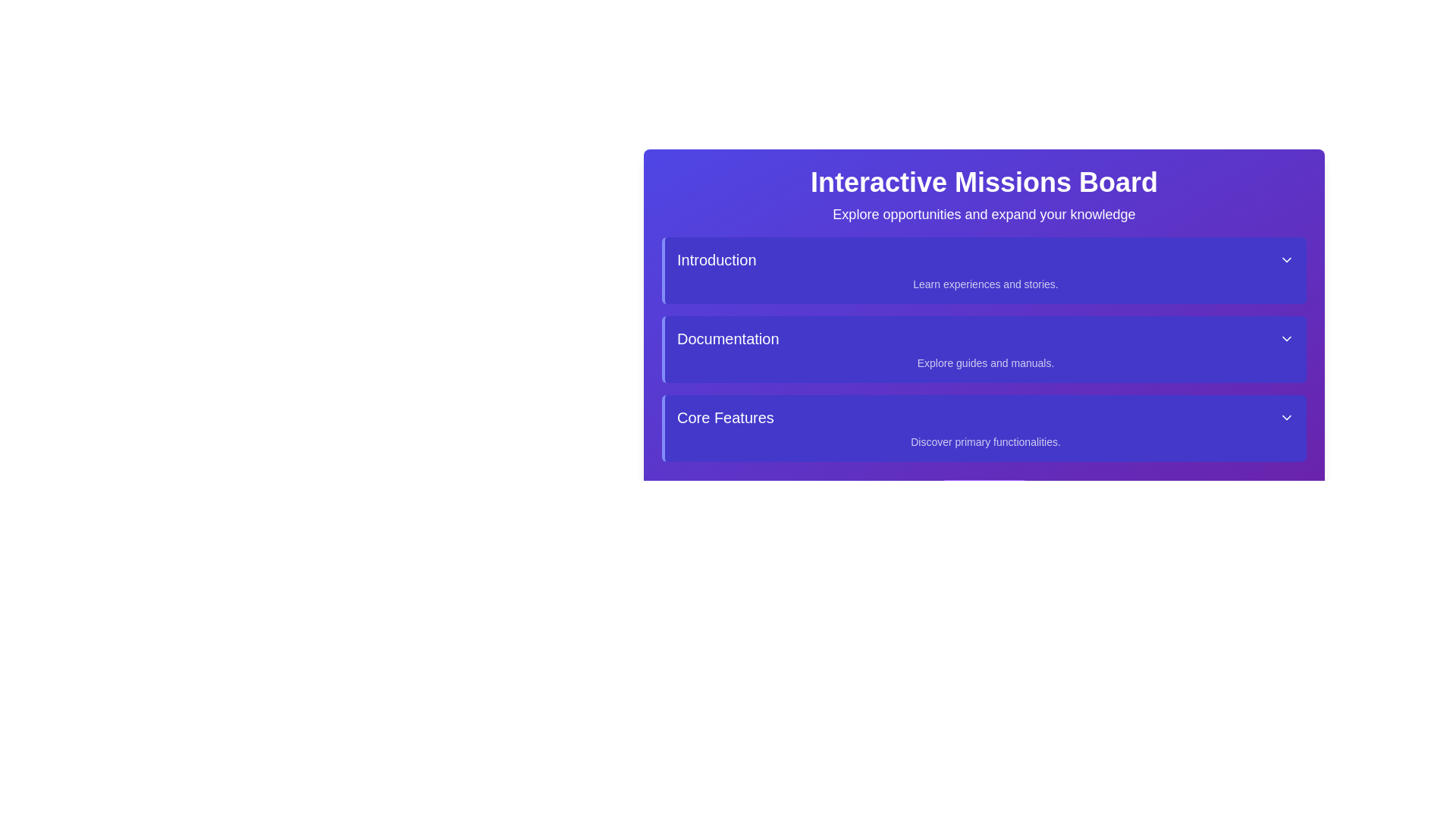  I want to click on the expandable/collapsible icon located at the extreme right of the 'Introduction' section, so click(1286, 259).